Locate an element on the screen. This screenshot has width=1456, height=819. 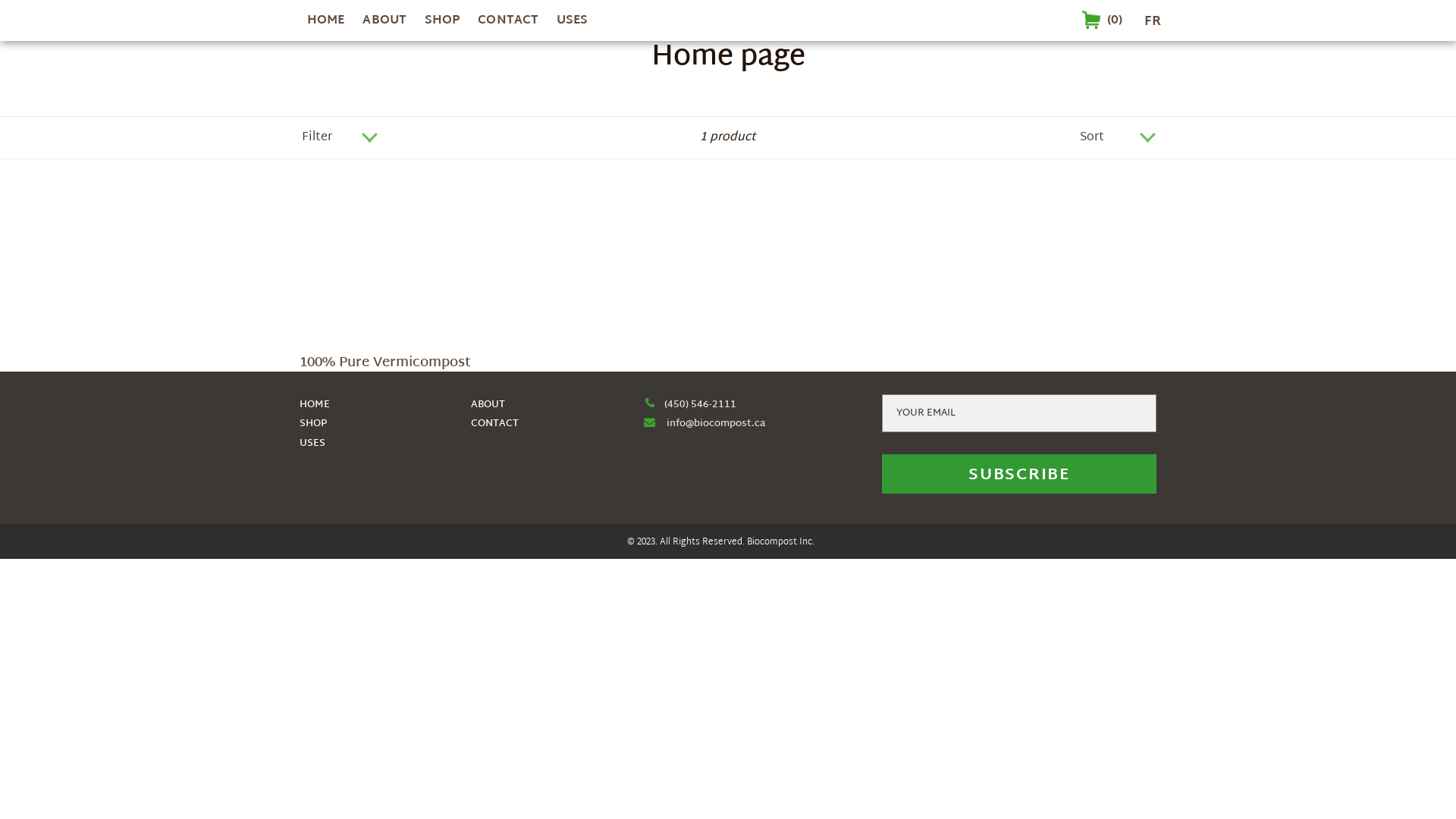
'CONTACT' is located at coordinates (494, 424).